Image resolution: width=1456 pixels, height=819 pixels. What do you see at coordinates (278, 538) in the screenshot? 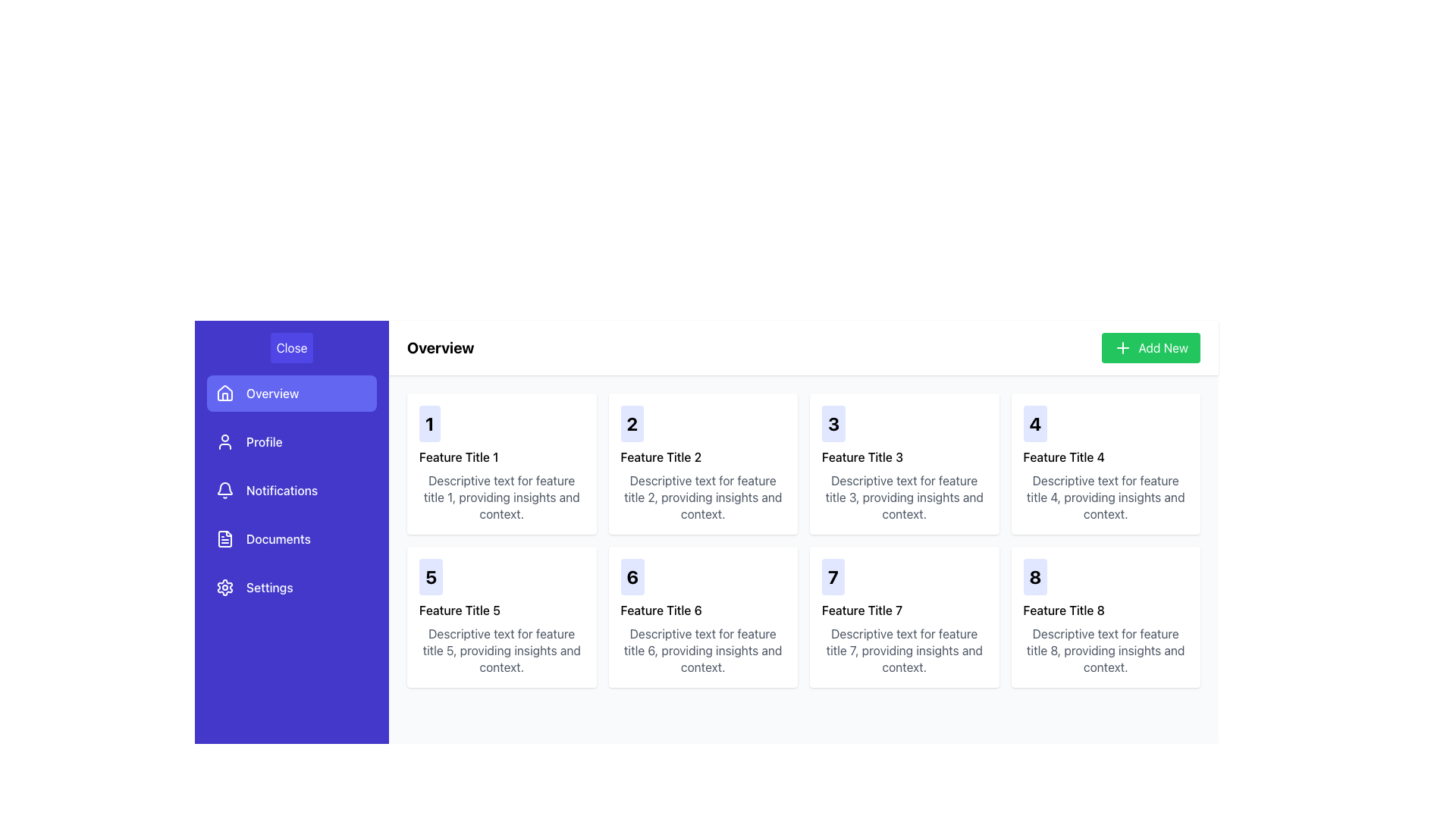
I see `the 'Documents' text label in the vertical navigation menu on the left, which is styled with a medium font weight and located between 'Notifications' and 'Settings'` at bounding box center [278, 538].